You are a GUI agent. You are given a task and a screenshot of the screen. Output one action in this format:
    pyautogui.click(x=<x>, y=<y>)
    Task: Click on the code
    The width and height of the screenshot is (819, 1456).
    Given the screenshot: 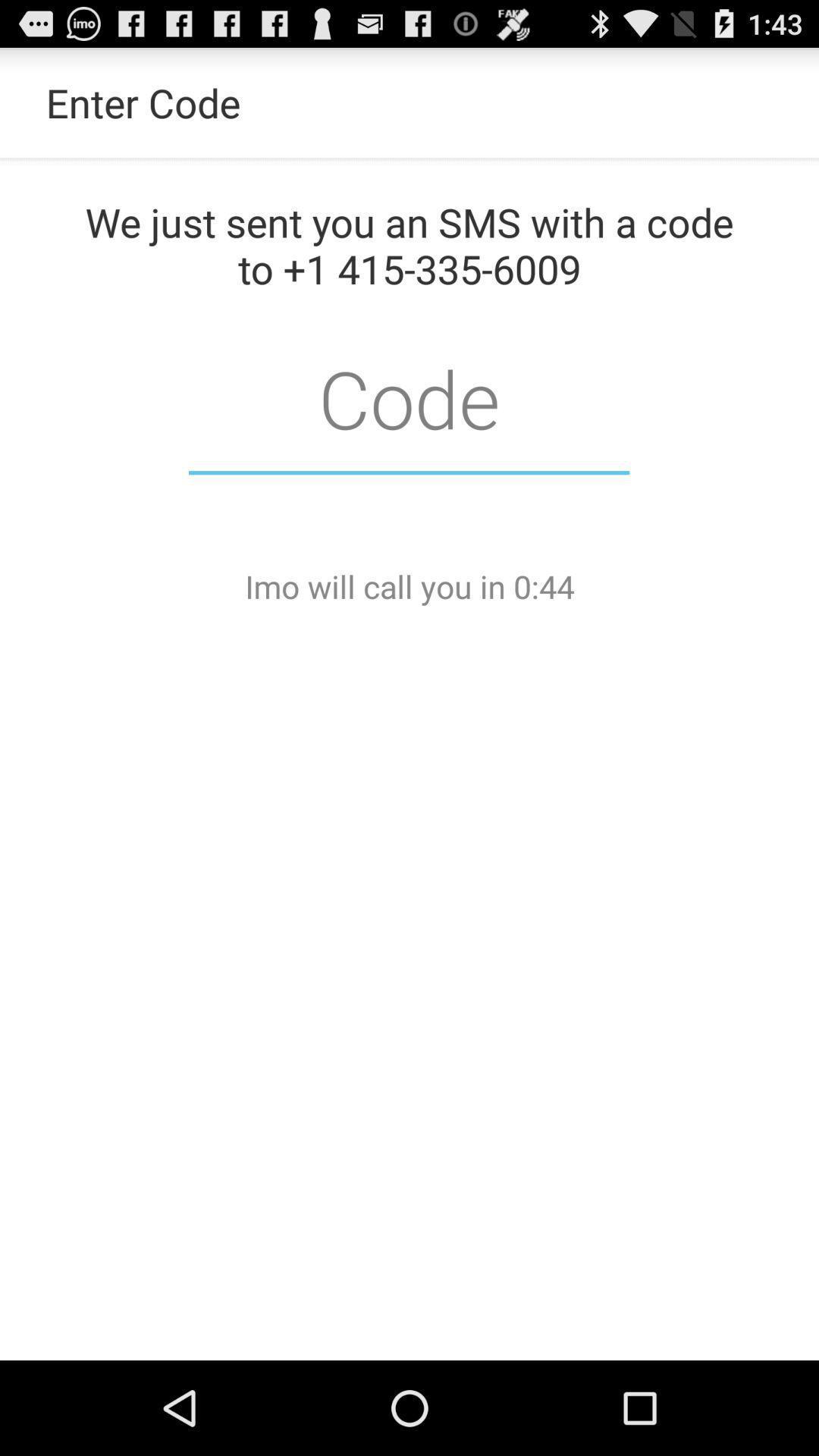 What is the action you would take?
    pyautogui.click(x=408, y=397)
    